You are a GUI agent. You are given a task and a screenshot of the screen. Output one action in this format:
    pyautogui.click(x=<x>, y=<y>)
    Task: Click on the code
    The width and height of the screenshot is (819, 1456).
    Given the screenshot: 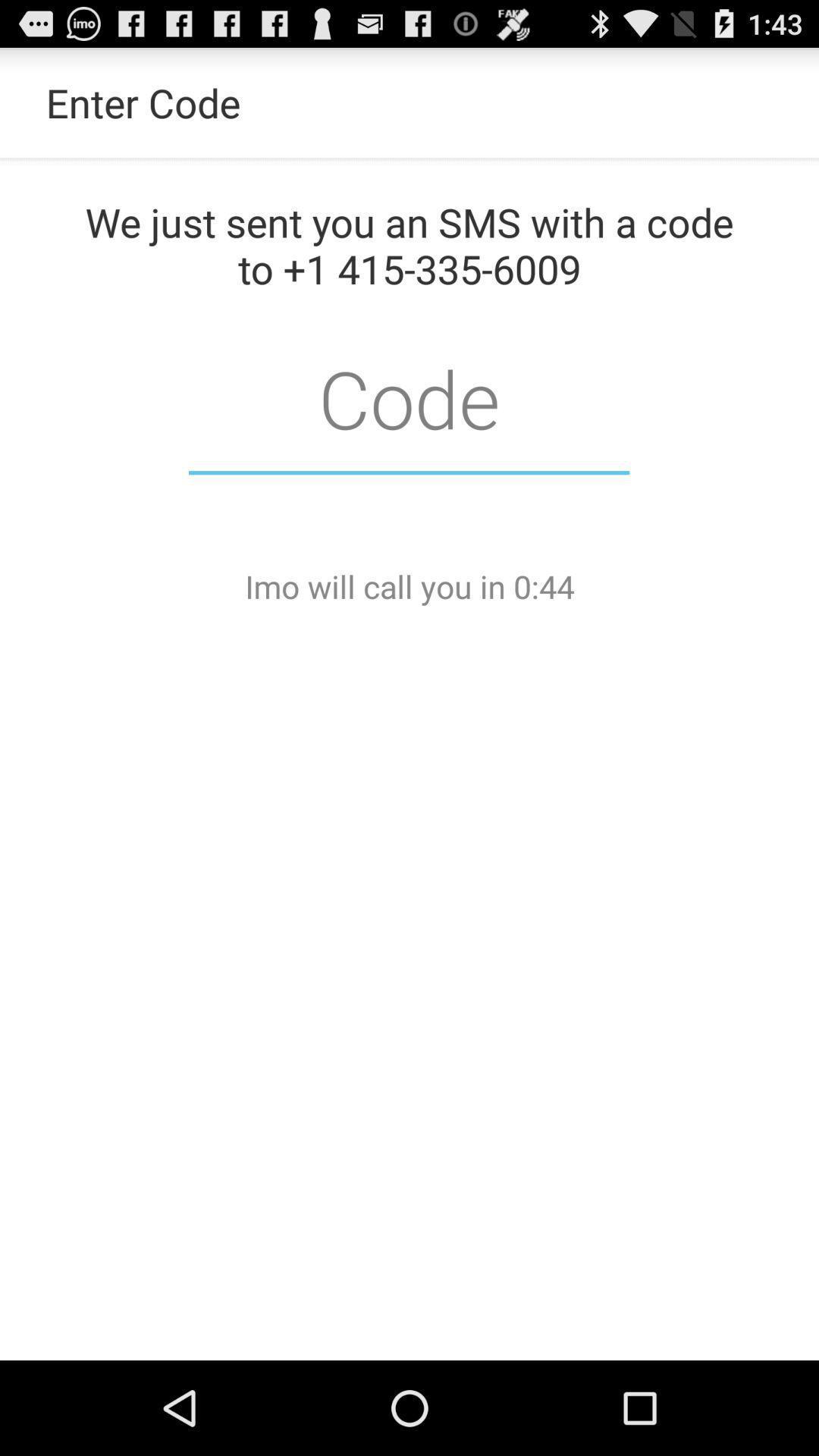 What is the action you would take?
    pyautogui.click(x=408, y=397)
    